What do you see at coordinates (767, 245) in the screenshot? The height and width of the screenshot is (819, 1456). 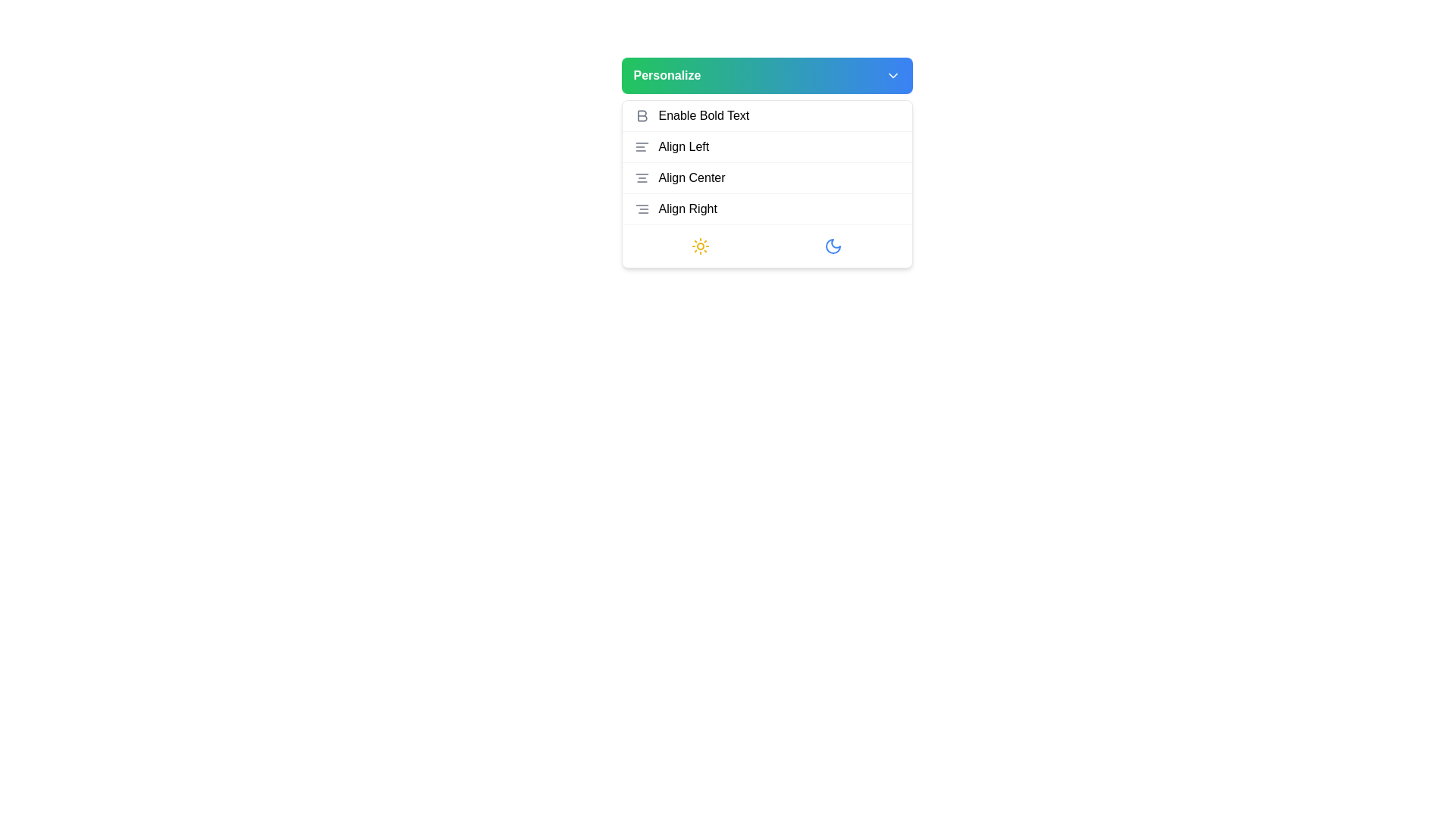 I see `the interactive icons group located at the bottom of the 'Personalize' menu` at bounding box center [767, 245].